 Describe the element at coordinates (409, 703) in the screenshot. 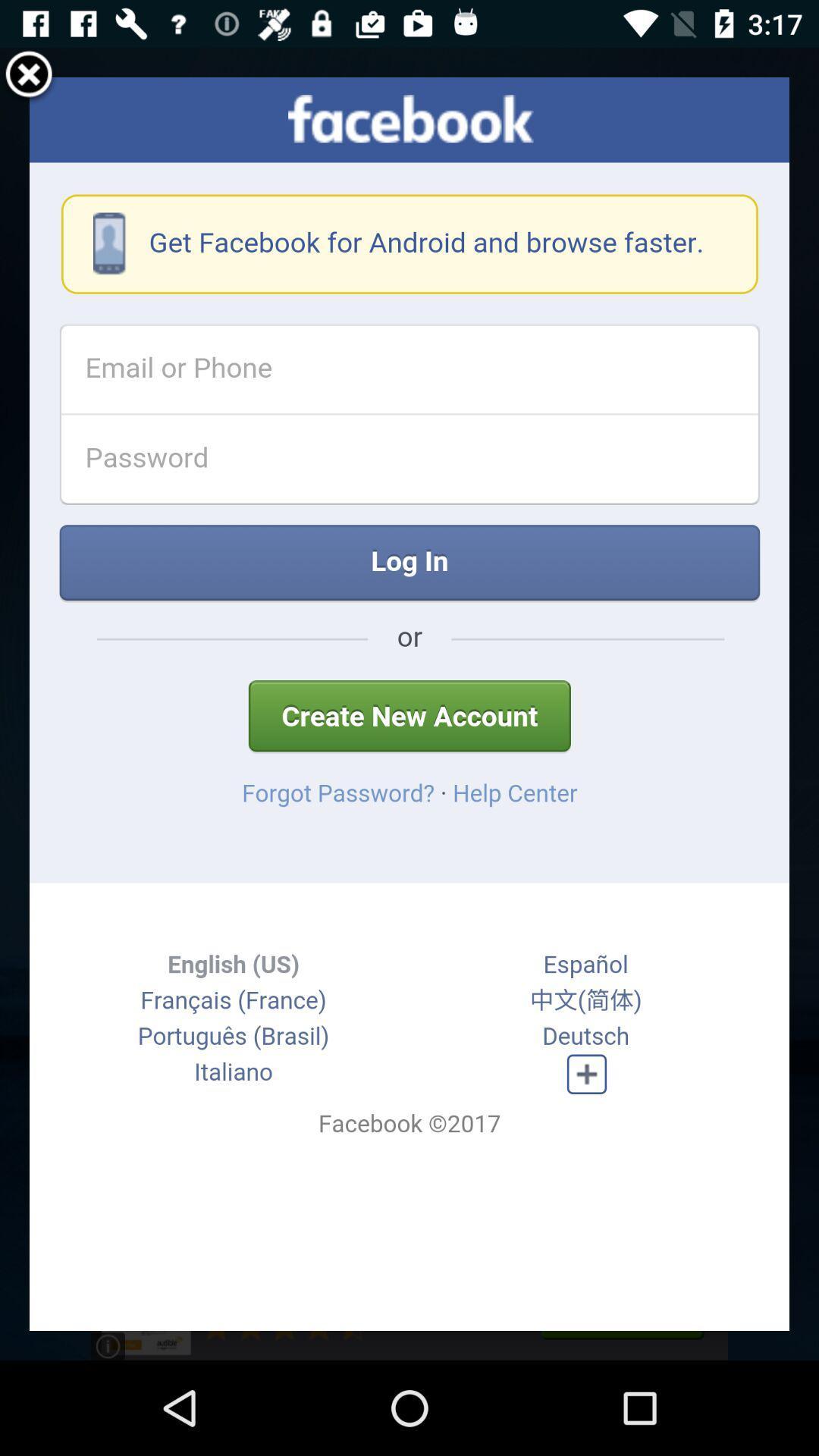

I see `login screen` at that location.